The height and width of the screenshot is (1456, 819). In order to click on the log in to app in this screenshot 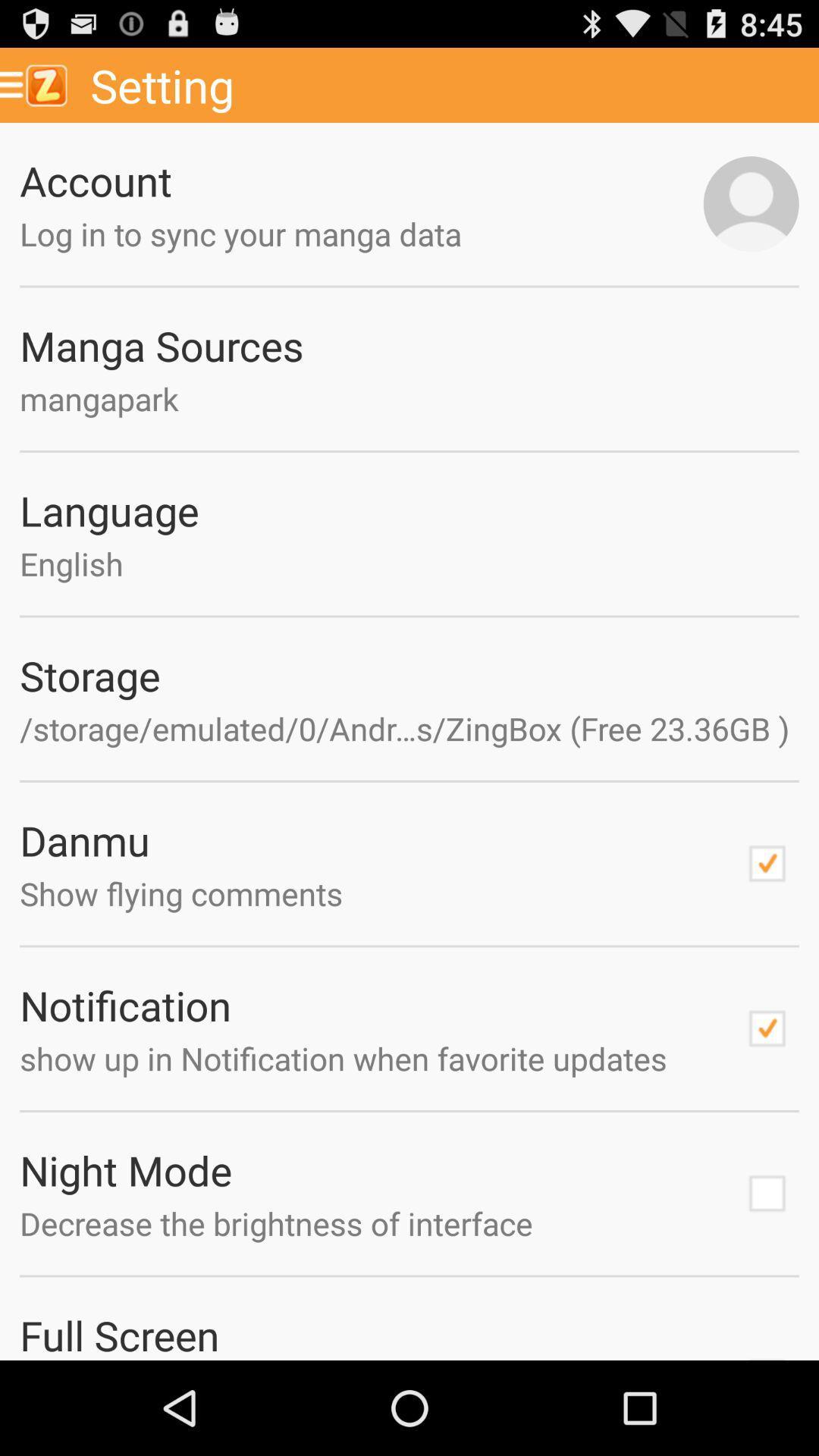, I will do `click(362, 233)`.